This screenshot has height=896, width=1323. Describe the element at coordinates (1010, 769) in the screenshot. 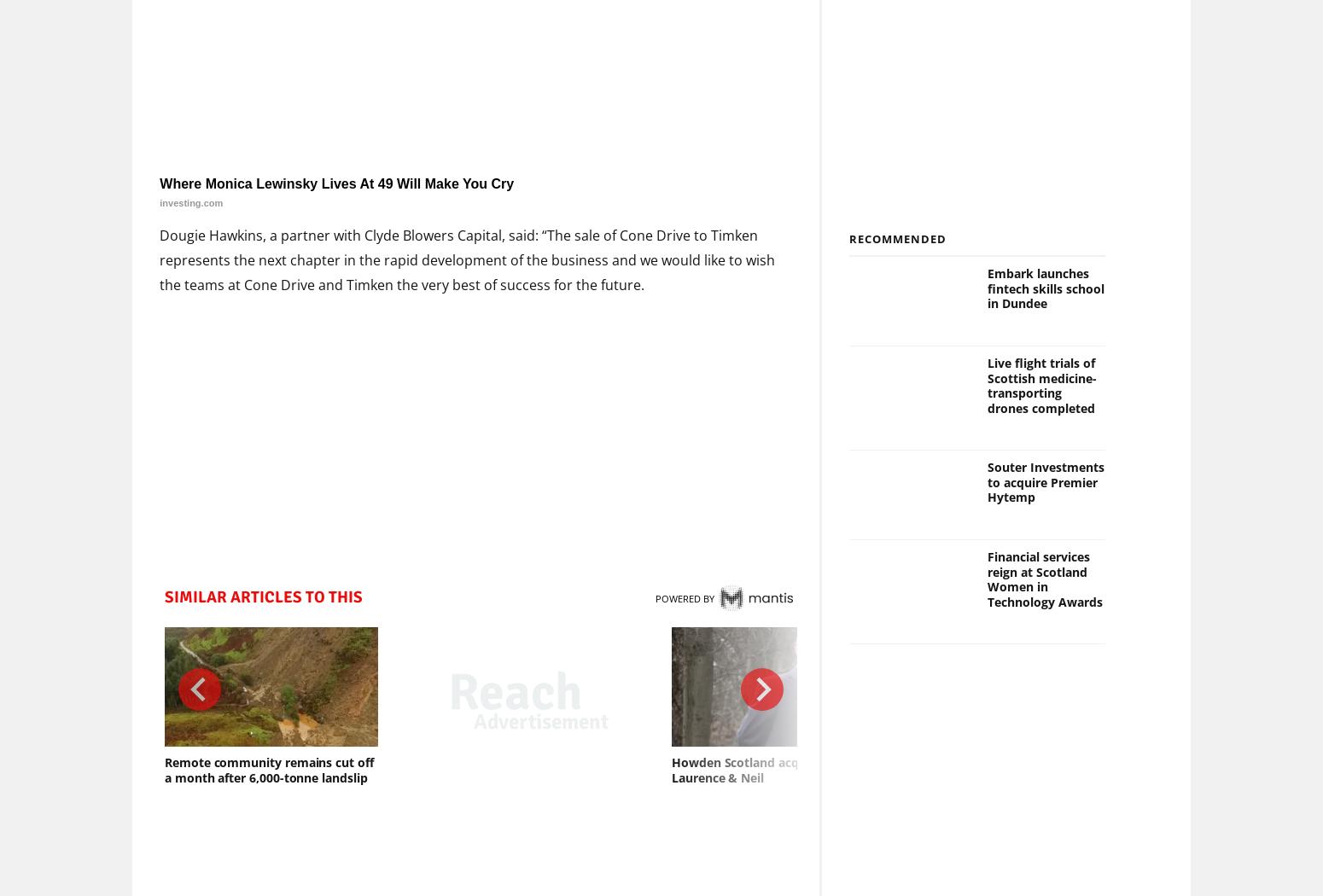

I see `'Court of Session finds Glasgow’s low emission zone to be lawful'` at that location.